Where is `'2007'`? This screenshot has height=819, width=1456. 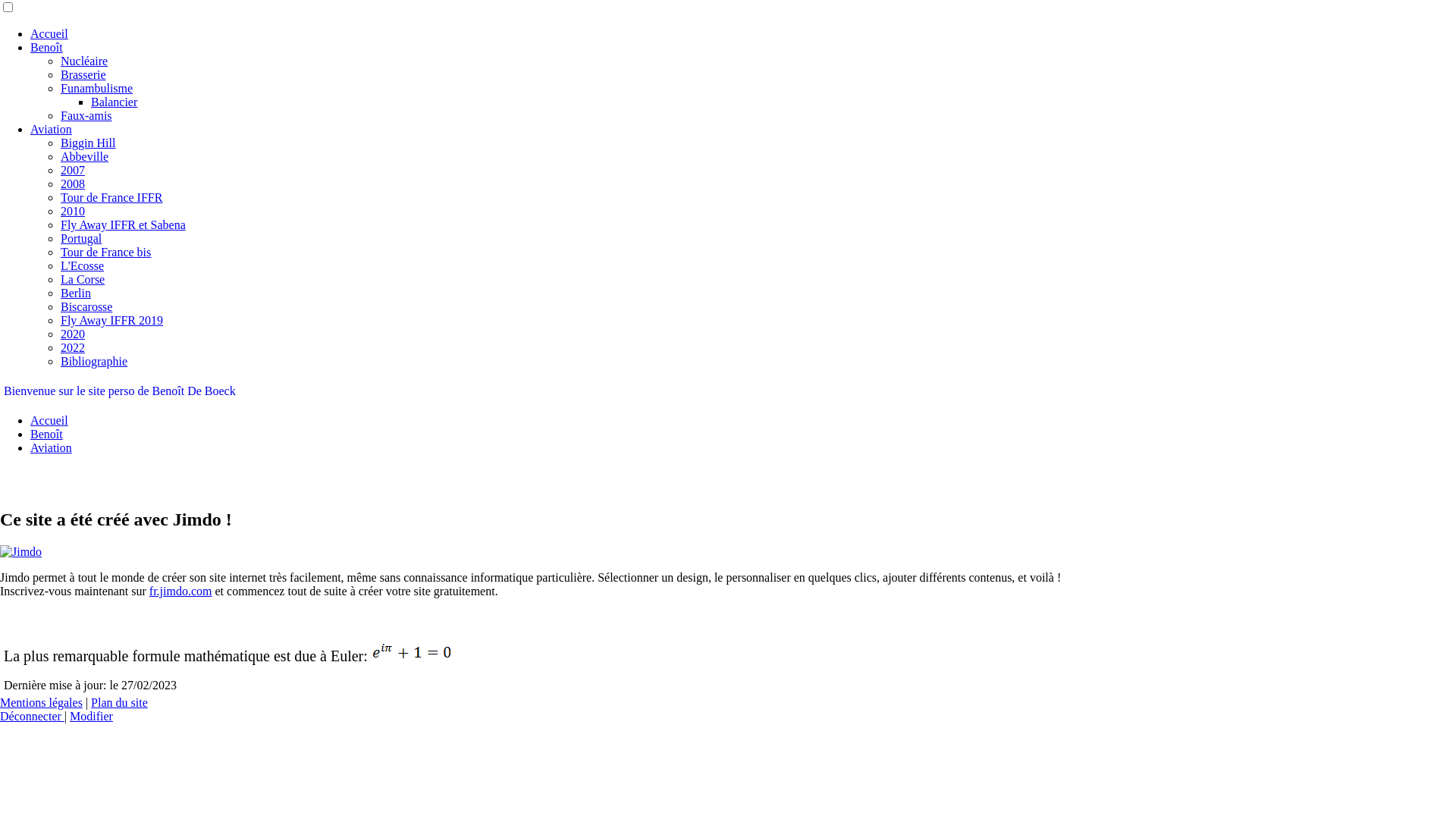 '2007' is located at coordinates (72, 170).